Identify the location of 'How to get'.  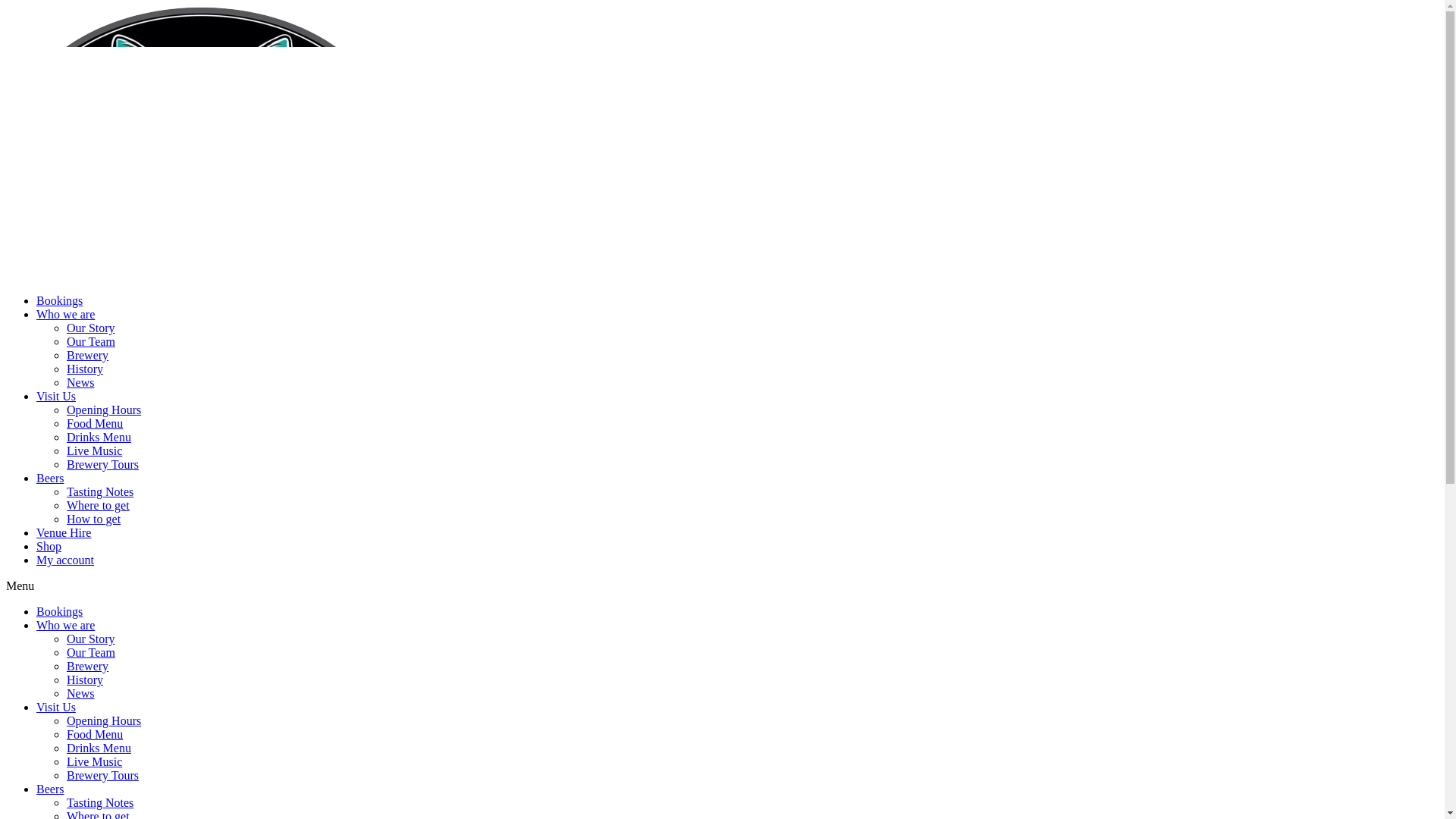
(93, 518).